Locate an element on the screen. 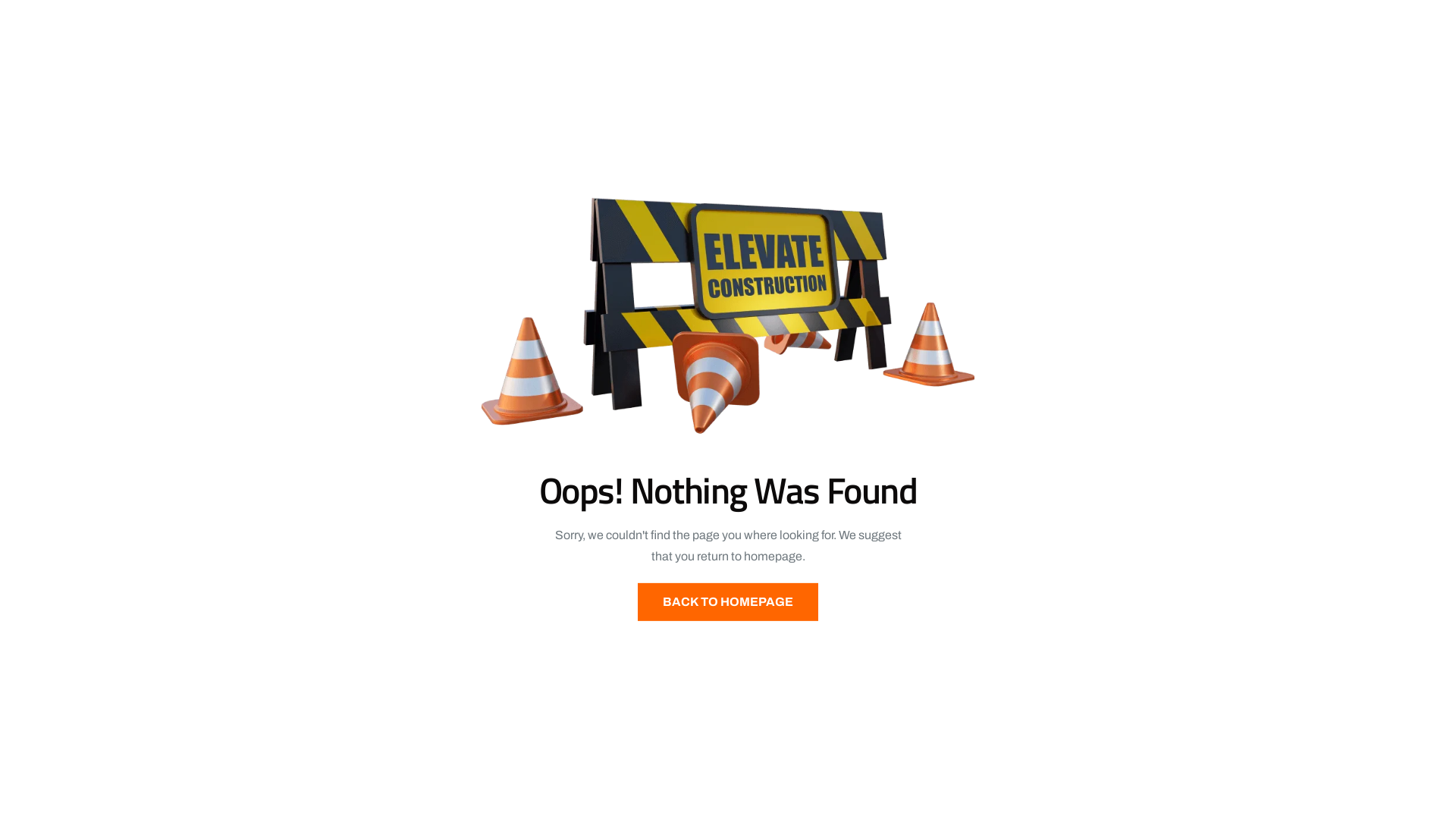  'BACK TO HOMEPAGE' is located at coordinates (728, 601).